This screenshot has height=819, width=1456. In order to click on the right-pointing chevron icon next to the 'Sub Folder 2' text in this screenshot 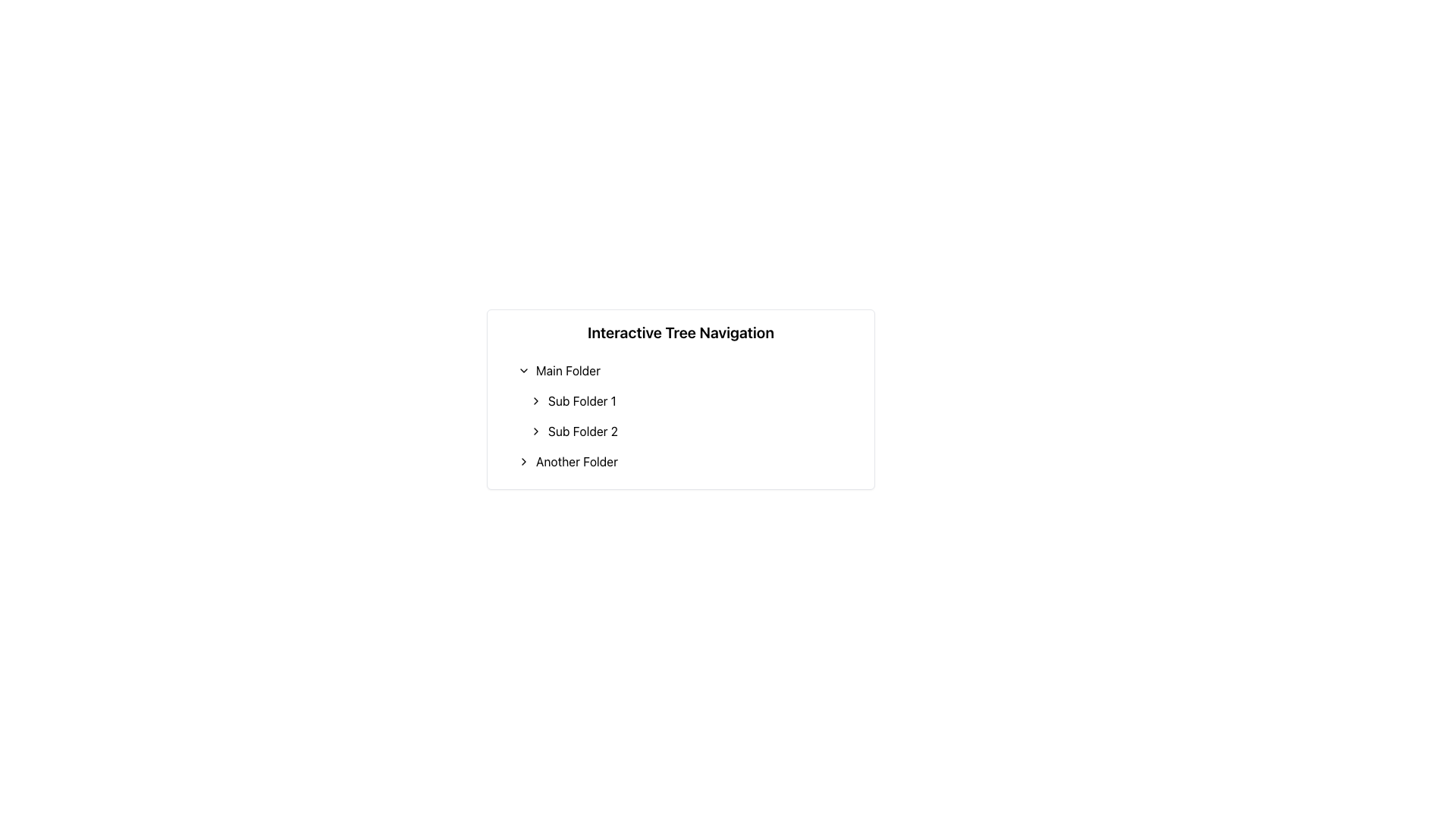, I will do `click(535, 431)`.